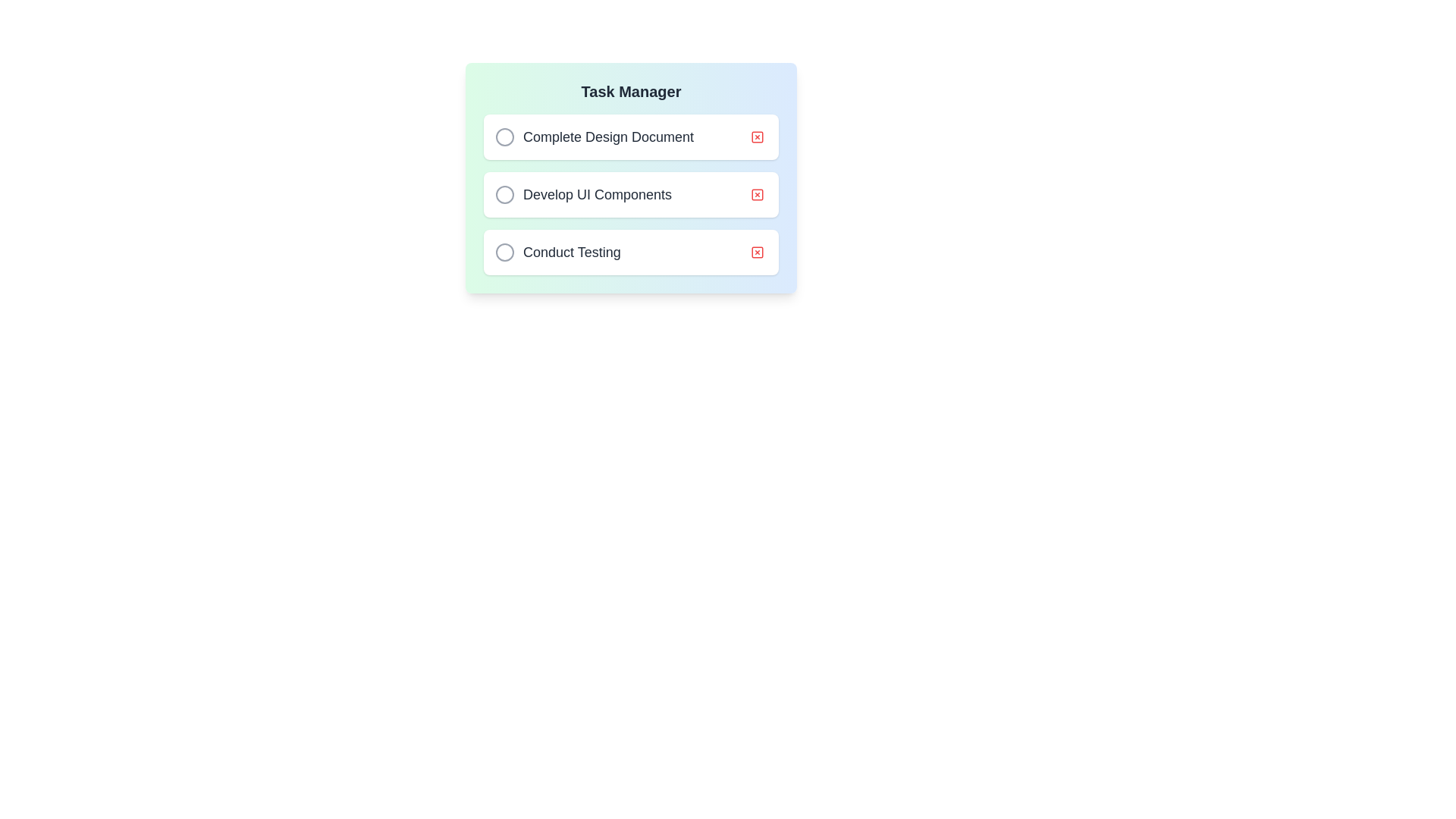 The image size is (1456, 819). I want to click on the unfilled checkbox element, which is a small square with rounded corners, part of the Task Manager button group, located adjacent to the task title, so click(757, 251).